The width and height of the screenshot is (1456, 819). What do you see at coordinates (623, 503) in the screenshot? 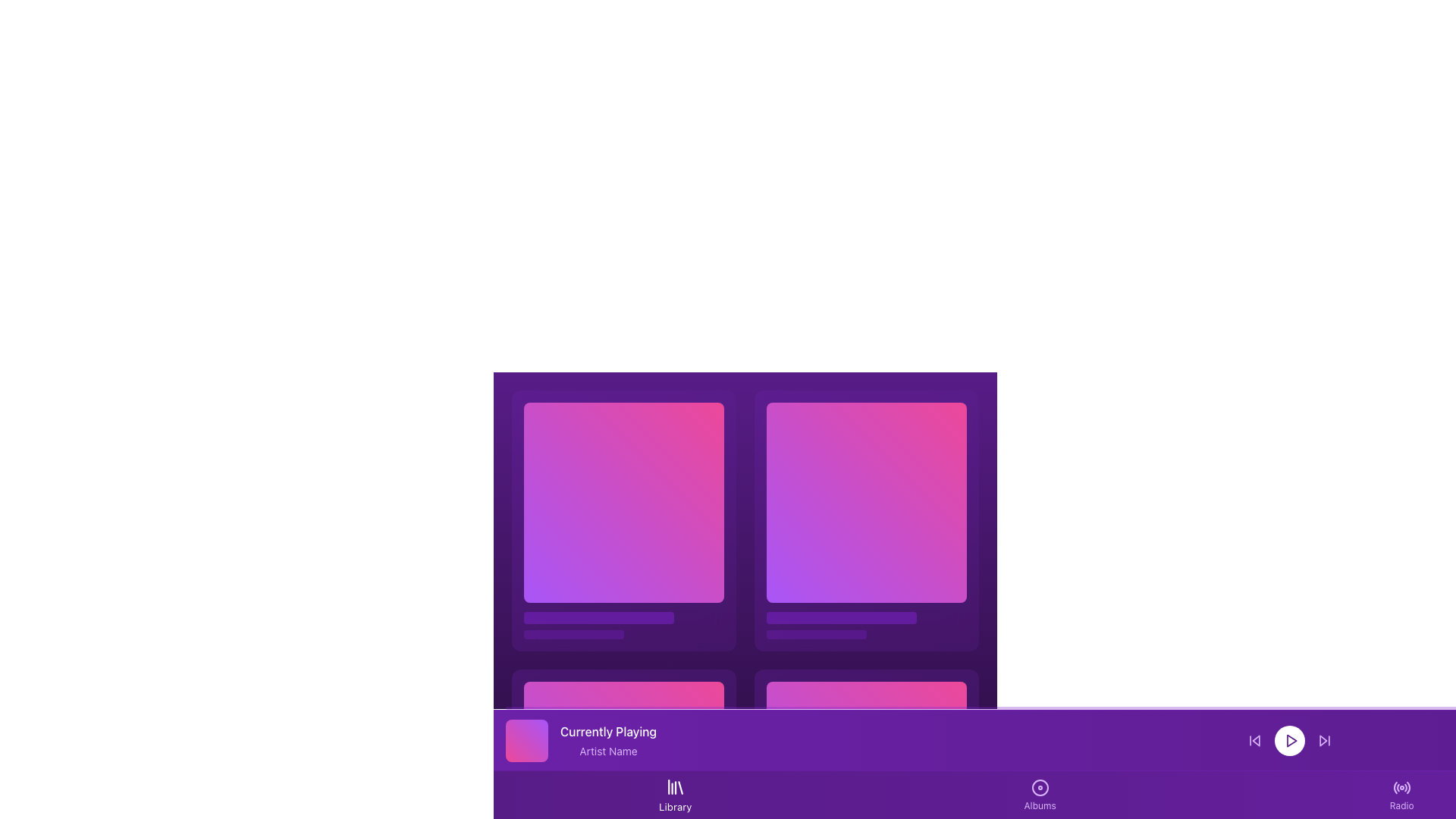
I see `the decorative square element with a gradient background transitioning from purple to pink, located in the top-left portion of a grid layout` at bounding box center [623, 503].